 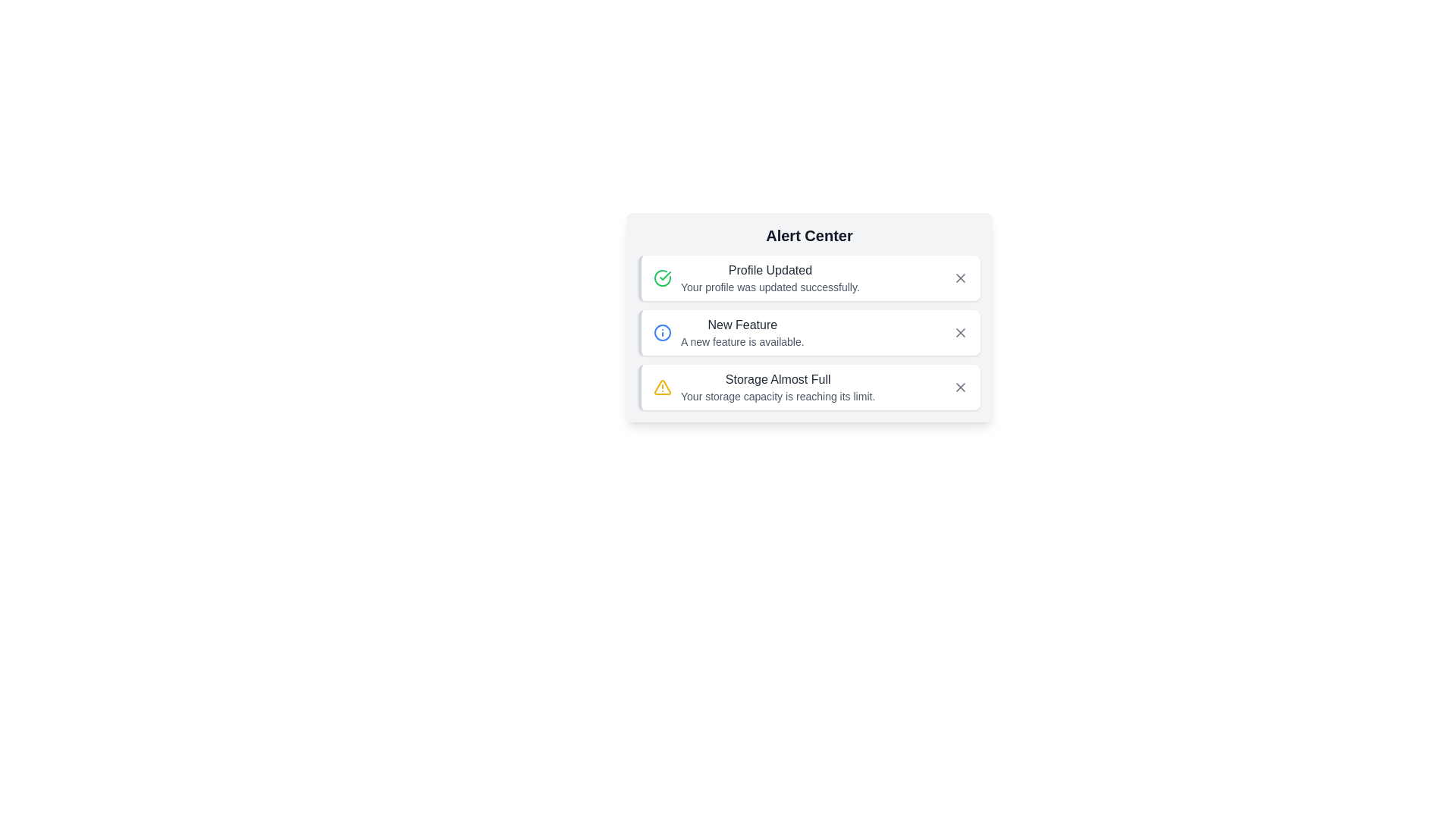 What do you see at coordinates (960, 386) in the screenshot?
I see `the 'X' button located at the far-right edge of the 'Storage Almost Full' notification panel to trigger a style change` at bounding box center [960, 386].